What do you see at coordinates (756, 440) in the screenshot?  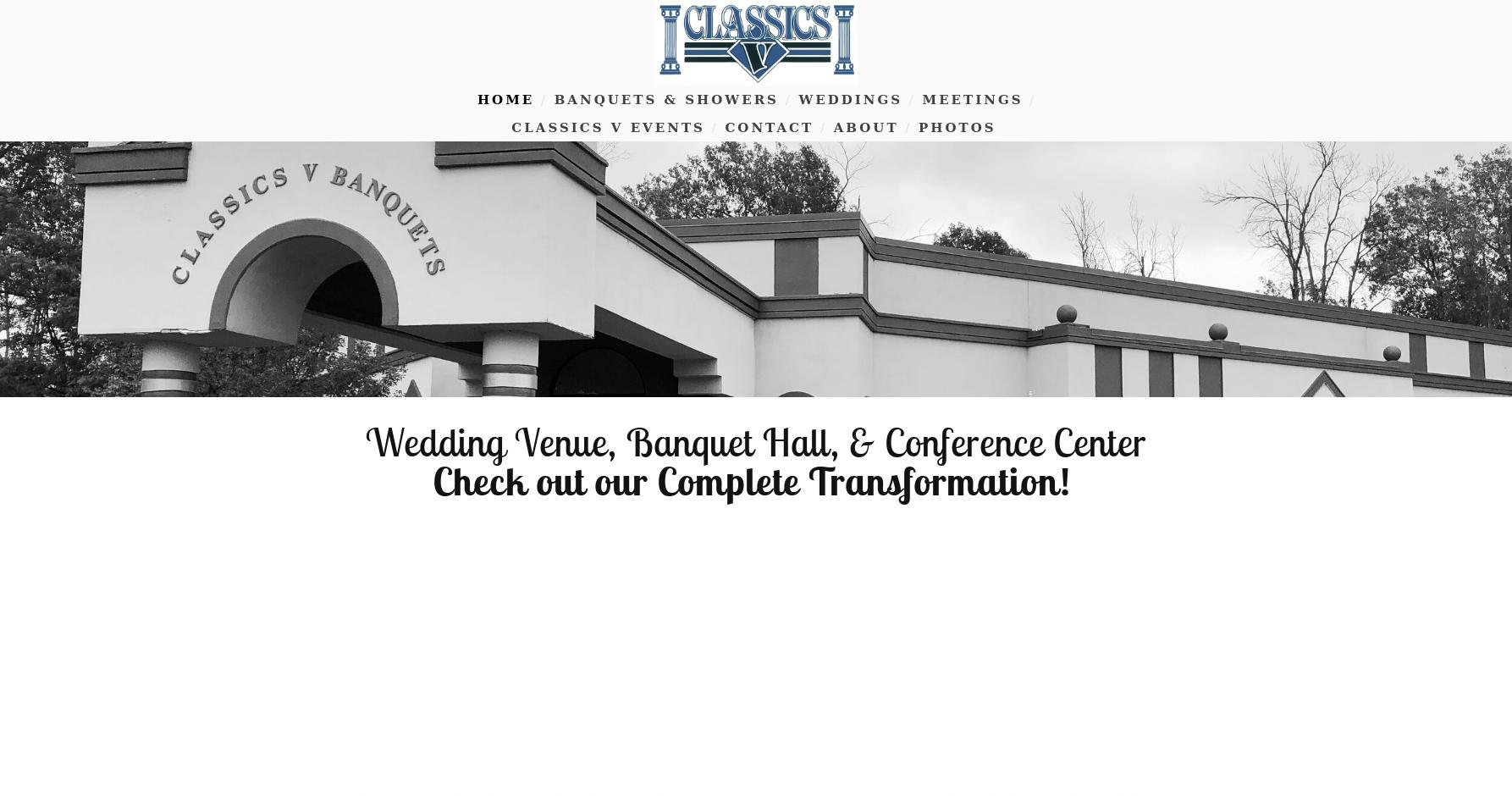 I see `'Wedding Venue, Banquet Hall, & Conference Center'` at bounding box center [756, 440].